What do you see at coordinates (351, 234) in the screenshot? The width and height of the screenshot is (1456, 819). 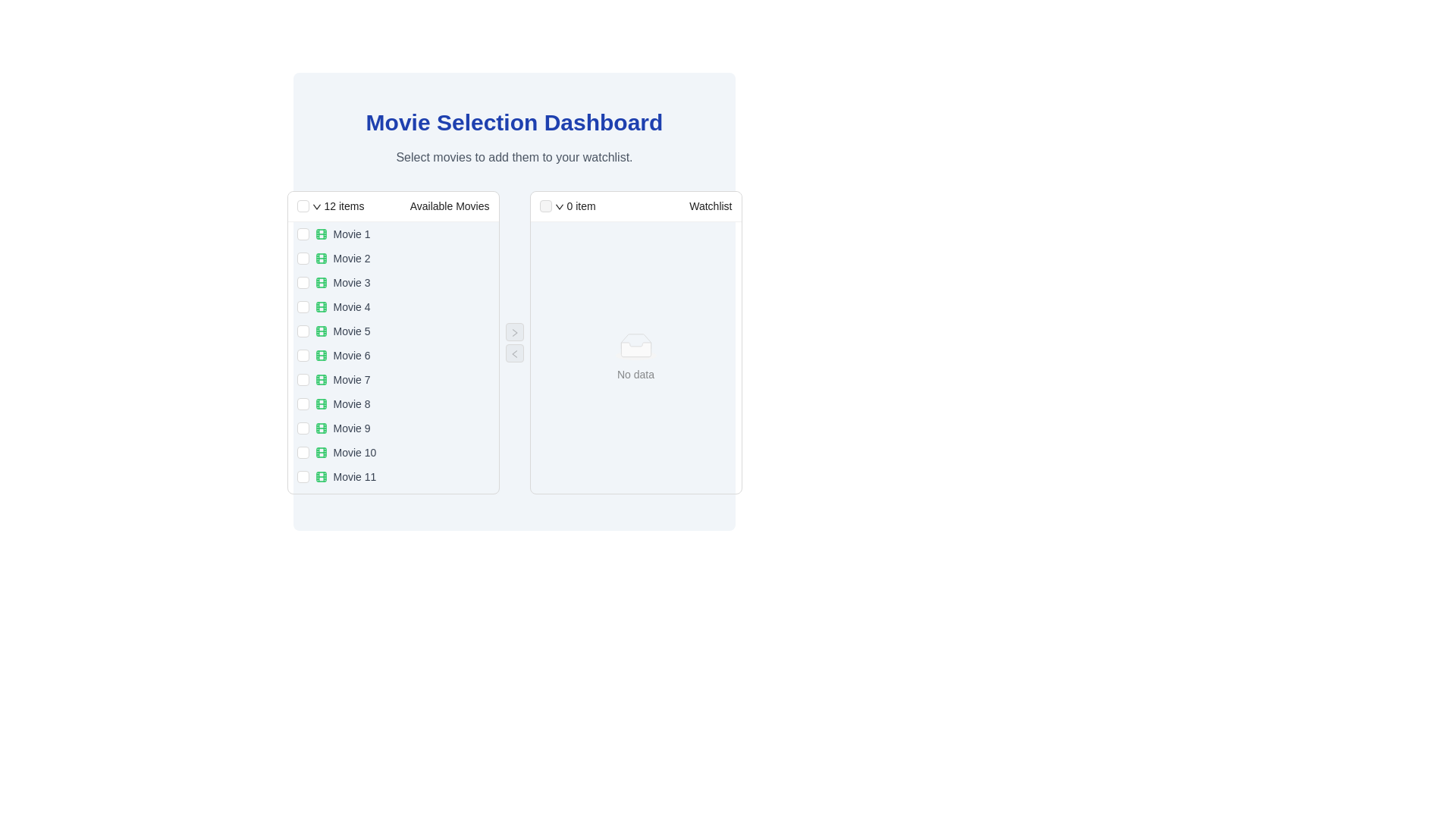 I see `text of the label identified as 'Movie 1', which is the first entry in the 'Available Movies' section` at bounding box center [351, 234].